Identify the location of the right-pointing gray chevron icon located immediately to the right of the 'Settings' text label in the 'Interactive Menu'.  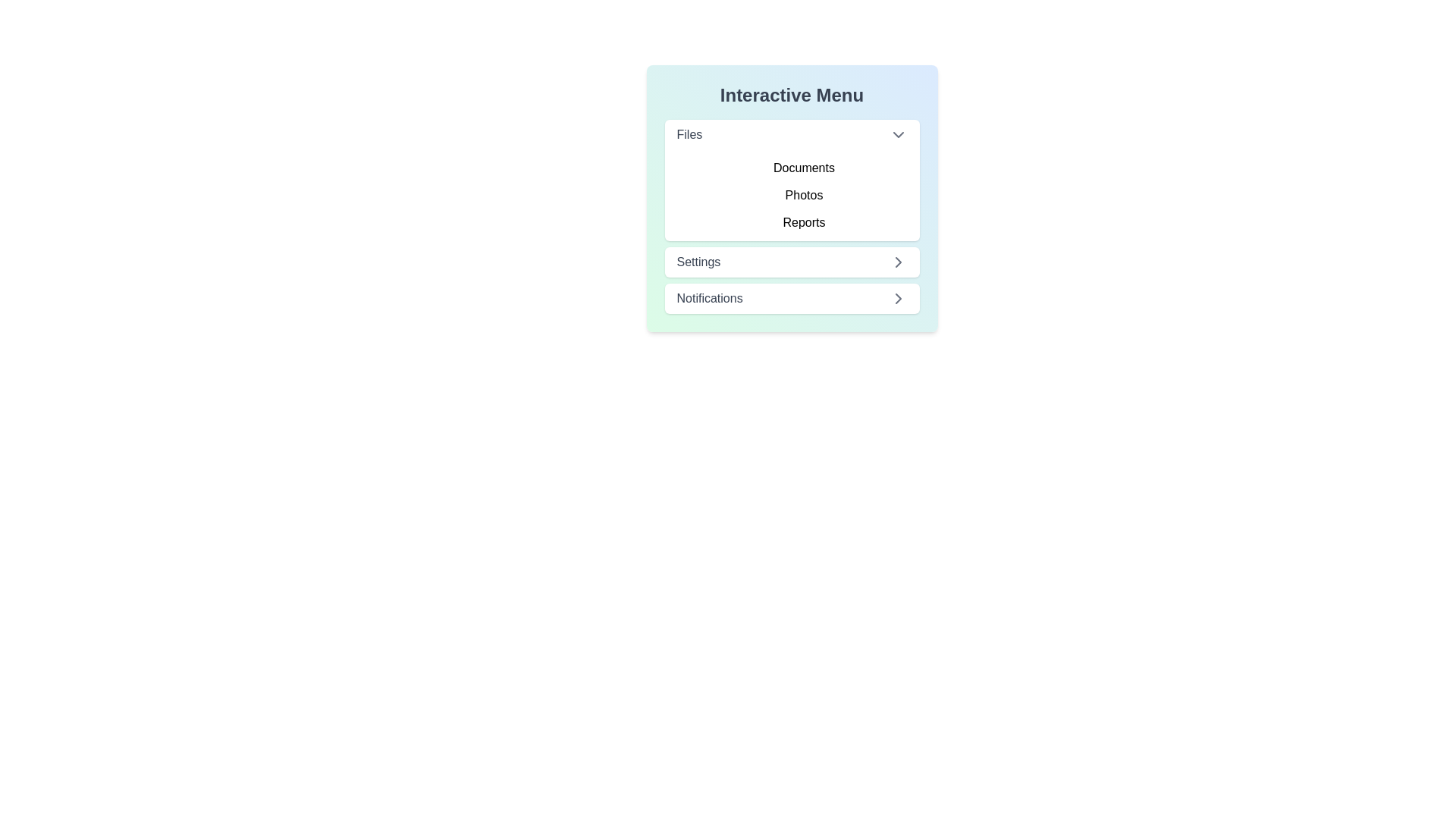
(898, 262).